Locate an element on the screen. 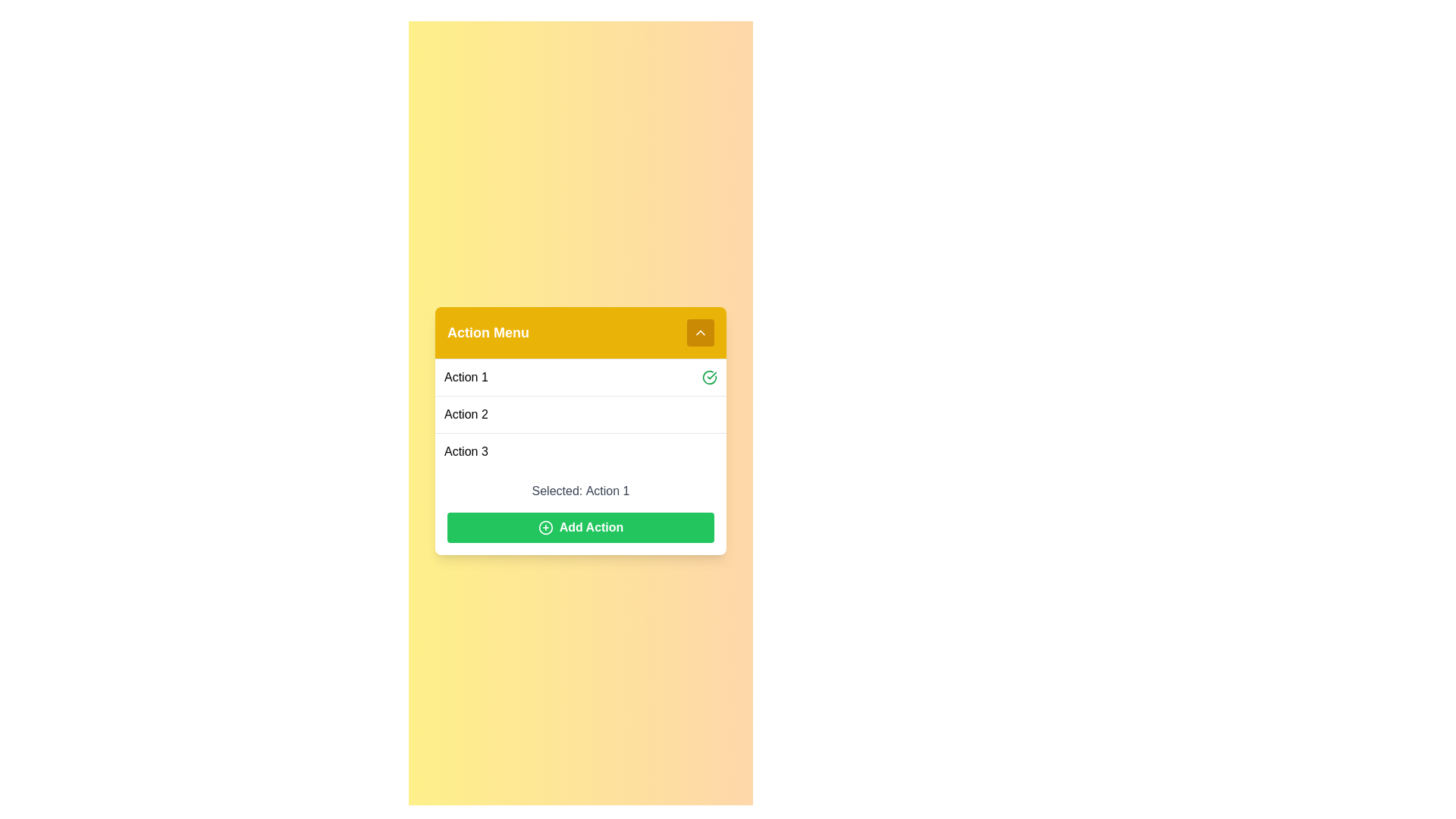 The width and height of the screenshot is (1456, 819). the circular icon located at the center of the 'Add Action' button, which is part of the action menu is located at coordinates (545, 527).